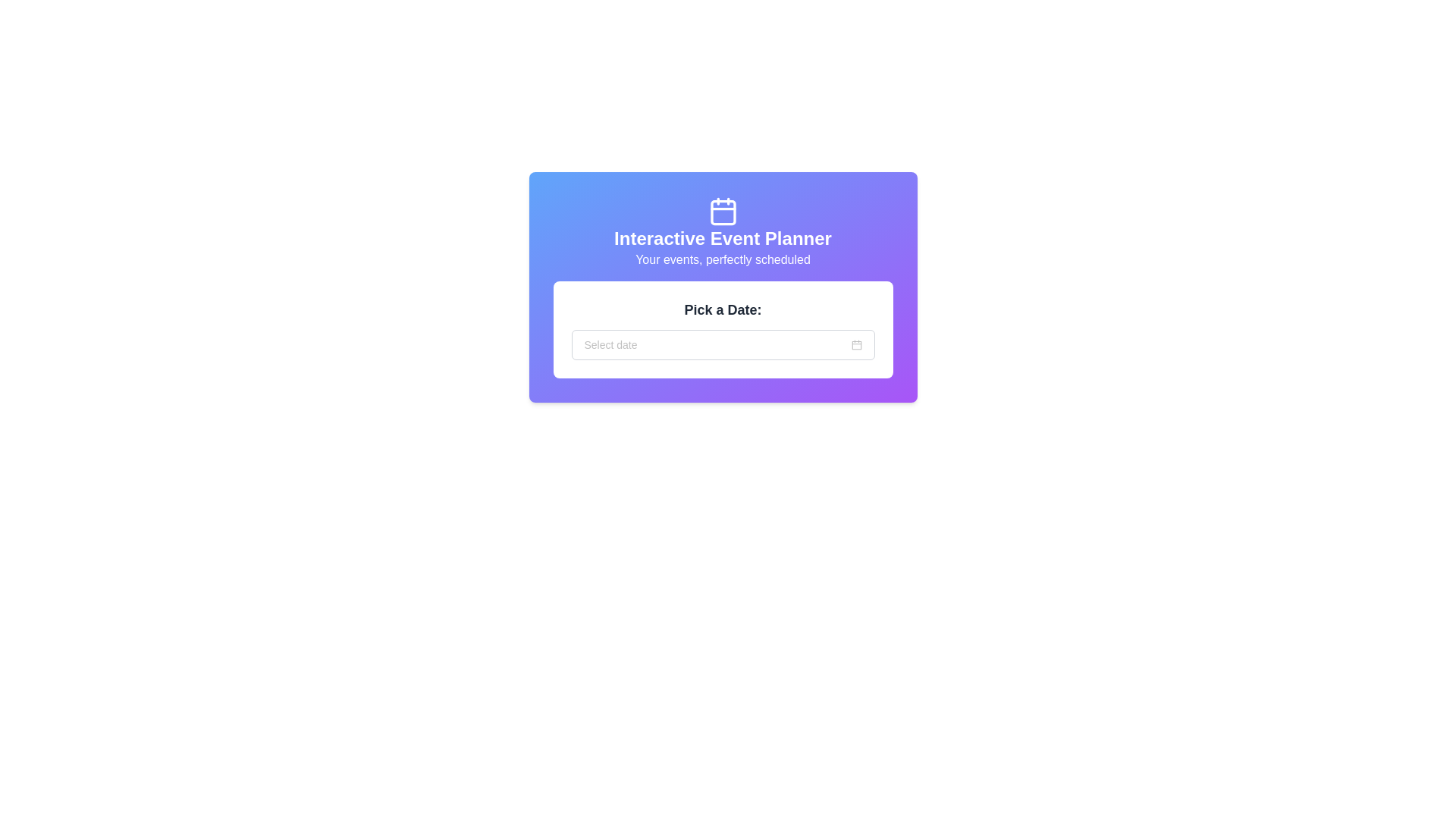 This screenshot has width=1456, height=819. I want to click on the text label displaying 'Your events, perfectly scheduled', which is styled in white text on a gradient blue-purple background and located below the 'Interactive Event Planner' text, so click(722, 259).